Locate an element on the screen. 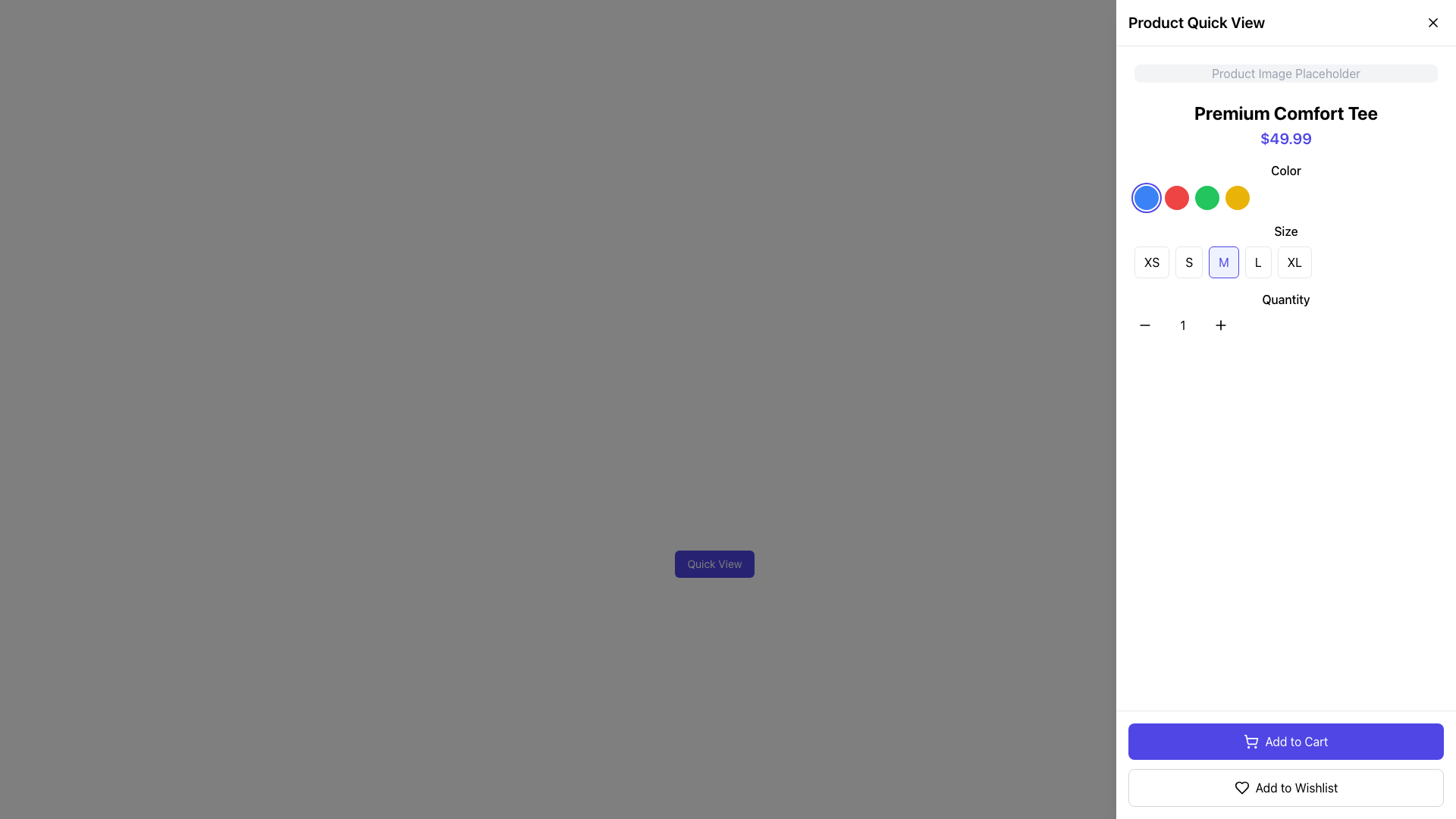  the 'XL' button with a white background and black text is located at coordinates (1294, 262).